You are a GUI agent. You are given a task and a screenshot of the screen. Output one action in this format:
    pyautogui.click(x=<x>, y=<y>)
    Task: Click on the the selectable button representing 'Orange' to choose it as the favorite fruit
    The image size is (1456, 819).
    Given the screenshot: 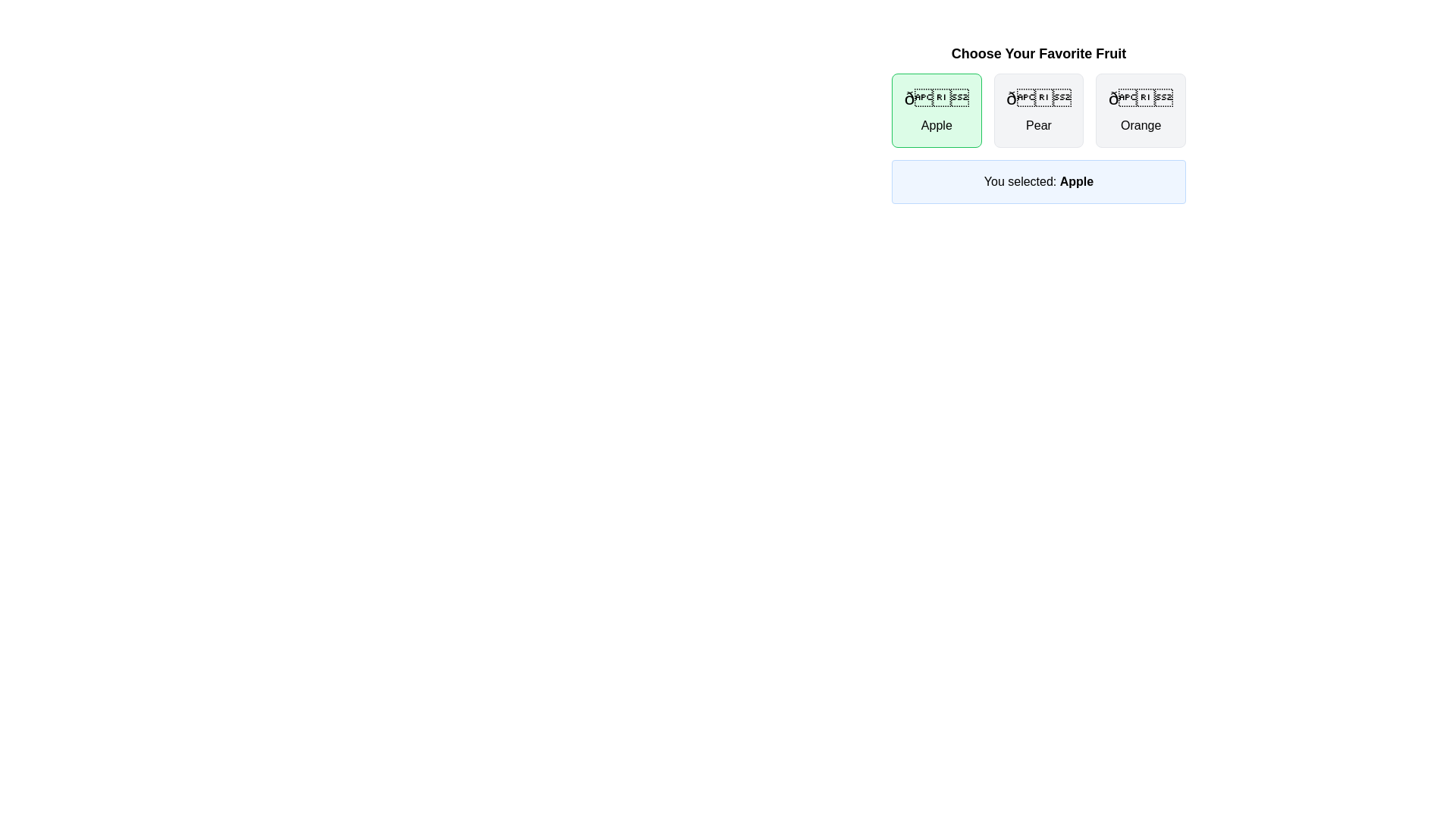 What is the action you would take?
    pyautogui.click(x=1141, y=110)
    